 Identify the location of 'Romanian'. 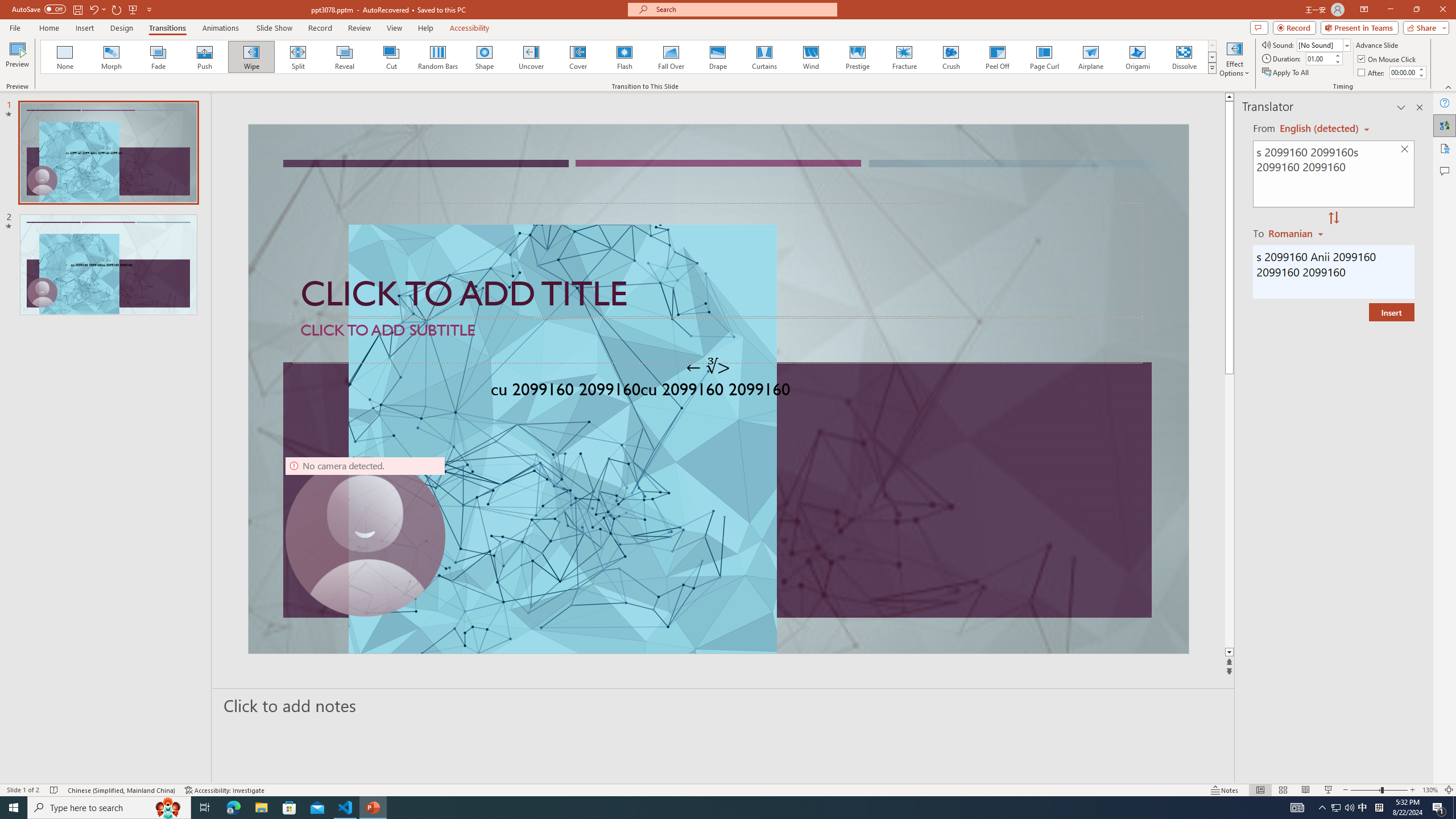
(1296, 233).